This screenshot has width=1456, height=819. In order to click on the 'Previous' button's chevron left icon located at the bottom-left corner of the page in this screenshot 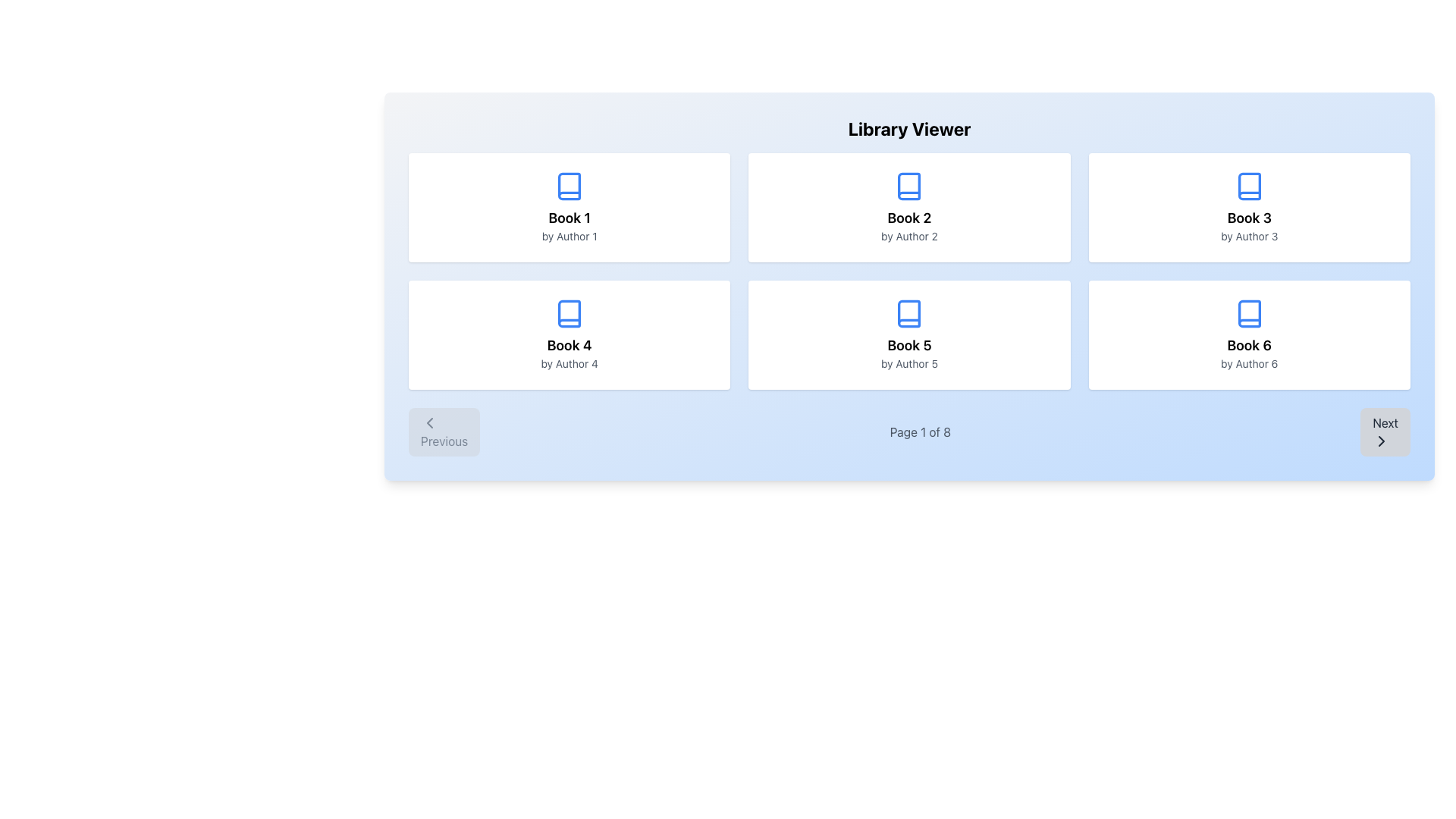, I will do `click(428, 423)`.